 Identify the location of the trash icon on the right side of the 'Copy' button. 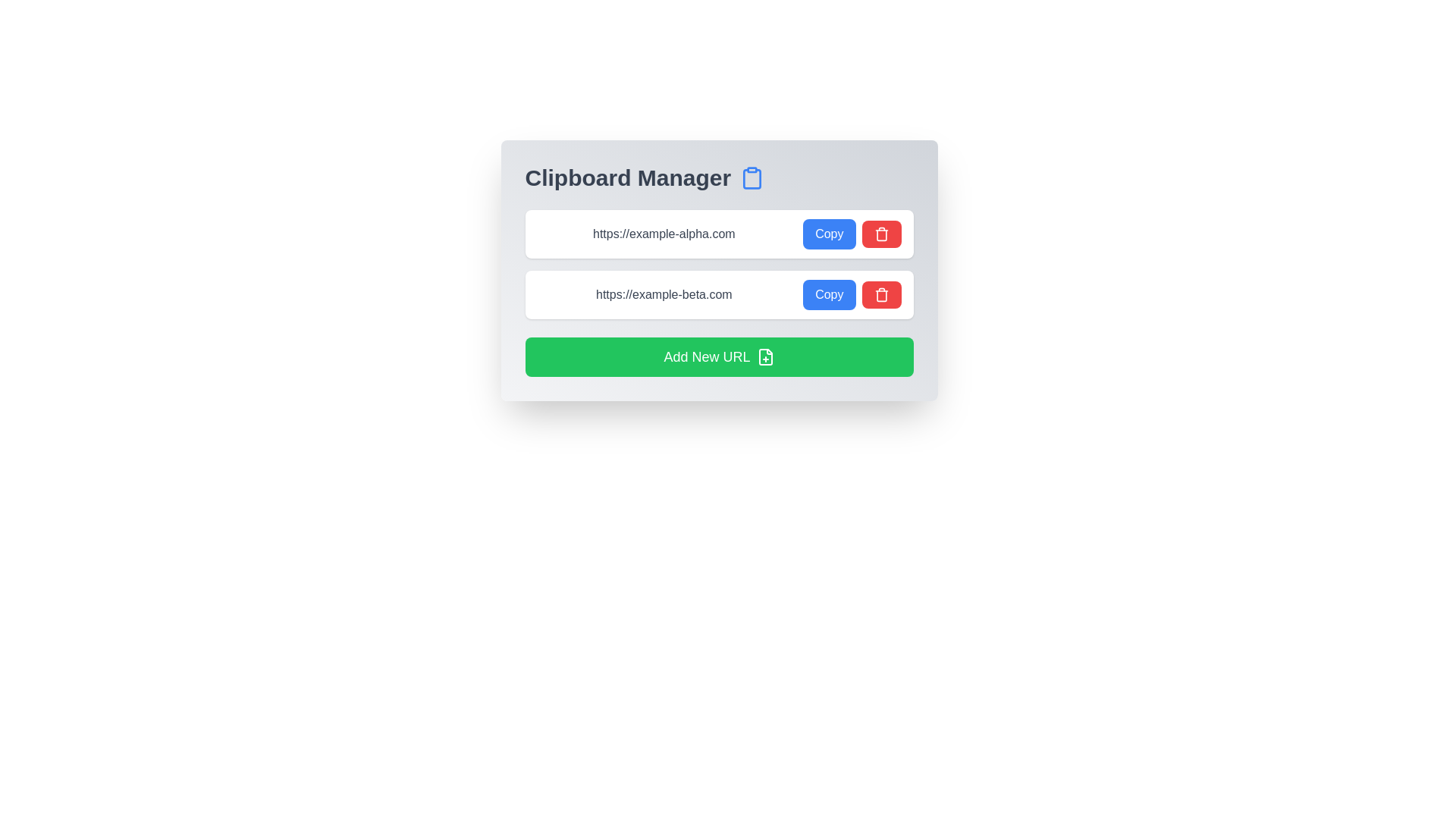
(881, 234).